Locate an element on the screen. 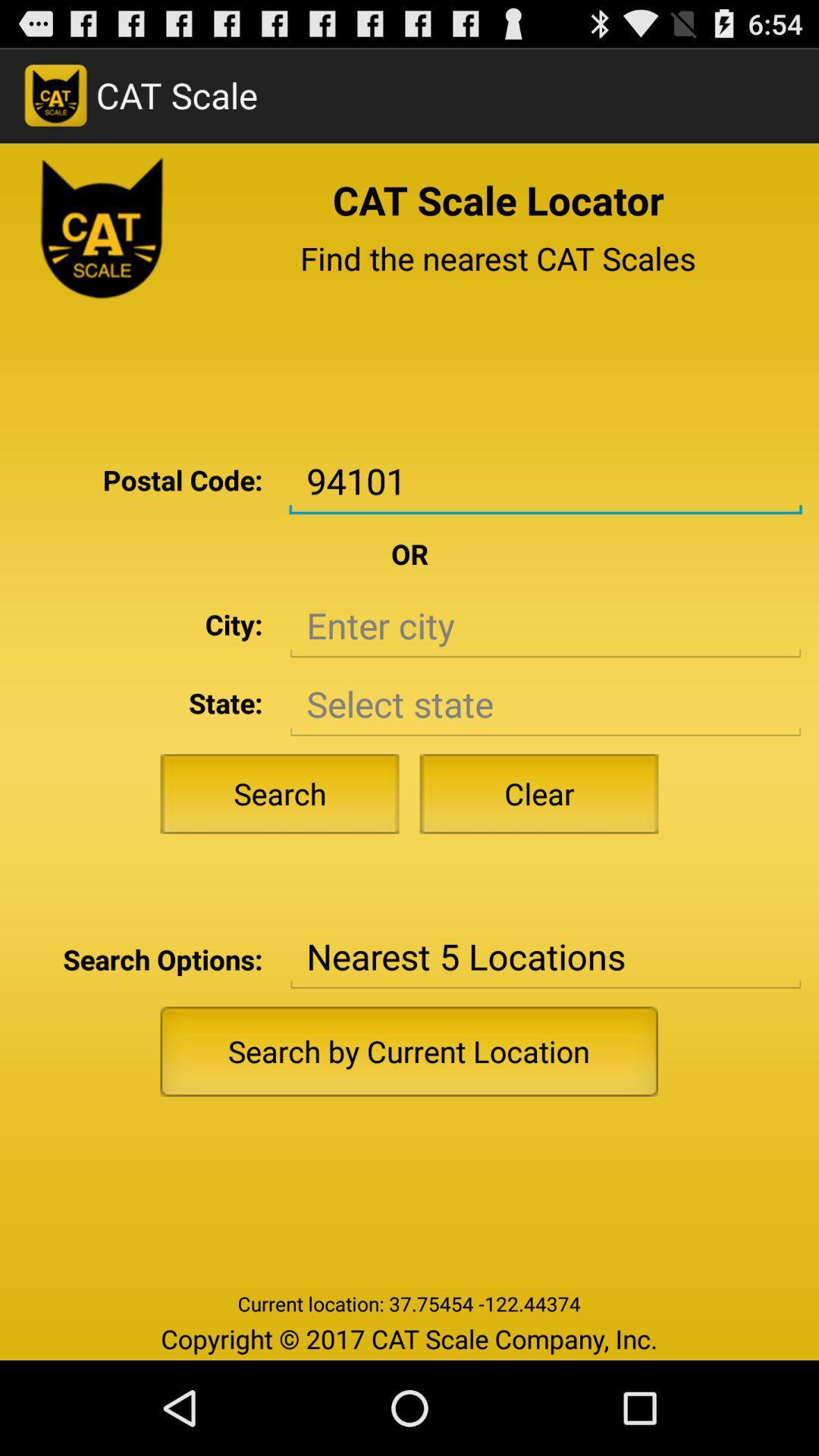 This screenshot has height=1456, width=819. type into this is located at coordinates (544, 626).